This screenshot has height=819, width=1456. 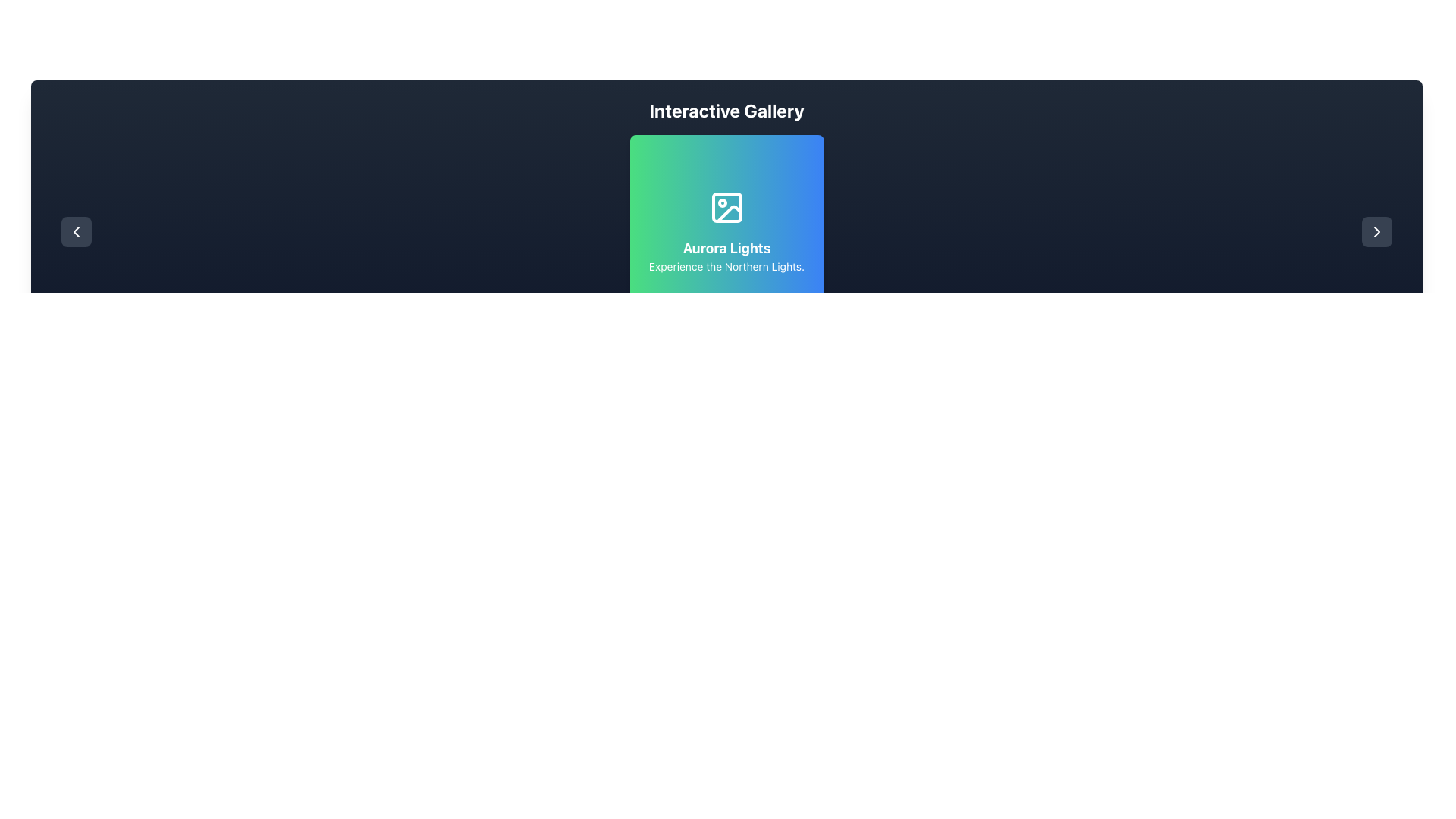 I want to click on the decorative rectangle icon with rounded corners located at the top-left corner of the SVG image icon, so click(x=726, y=207).